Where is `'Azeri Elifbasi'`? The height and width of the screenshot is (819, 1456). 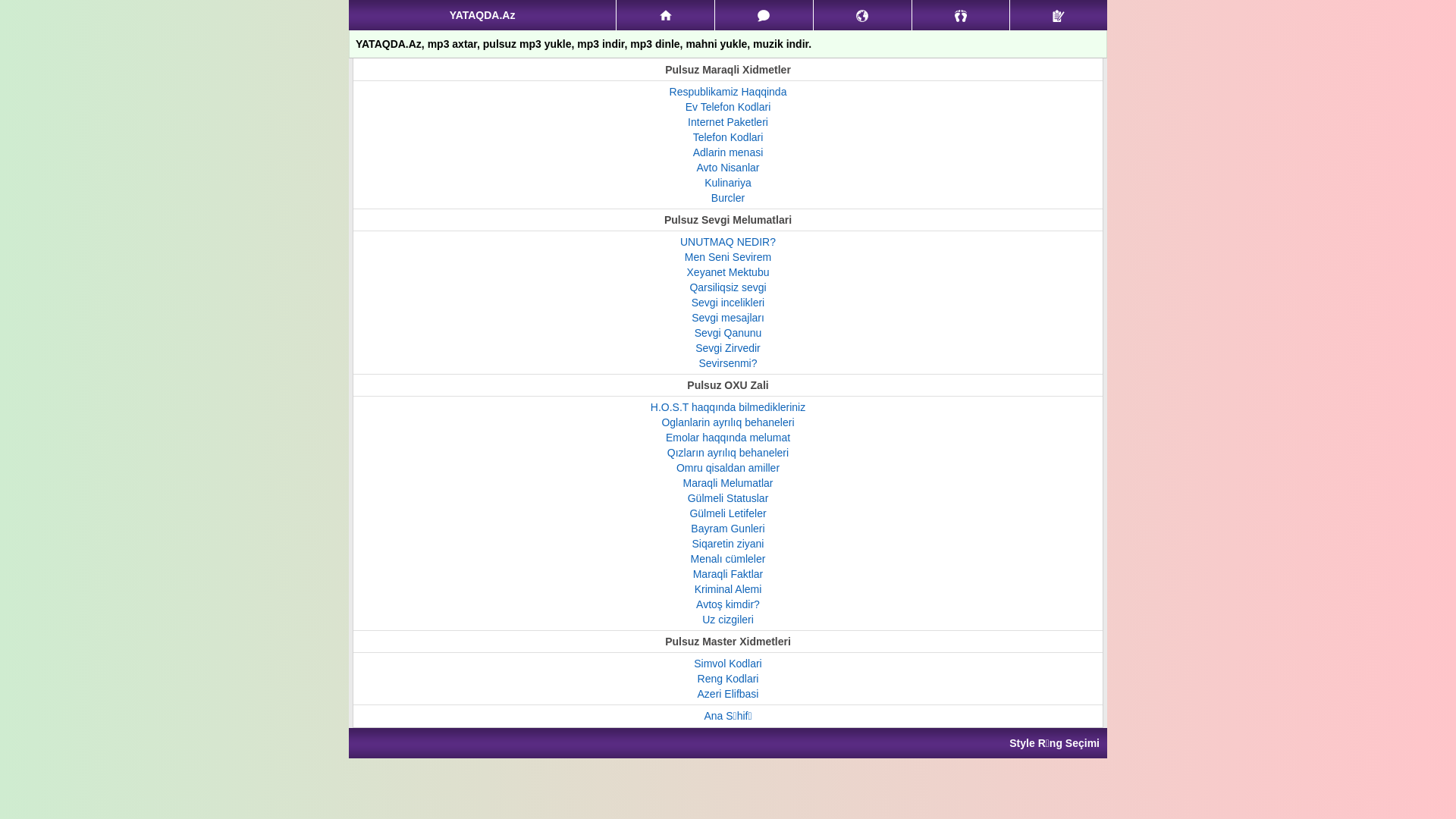 'Azeri Elifbasi' is located at coordinates (728, 693).